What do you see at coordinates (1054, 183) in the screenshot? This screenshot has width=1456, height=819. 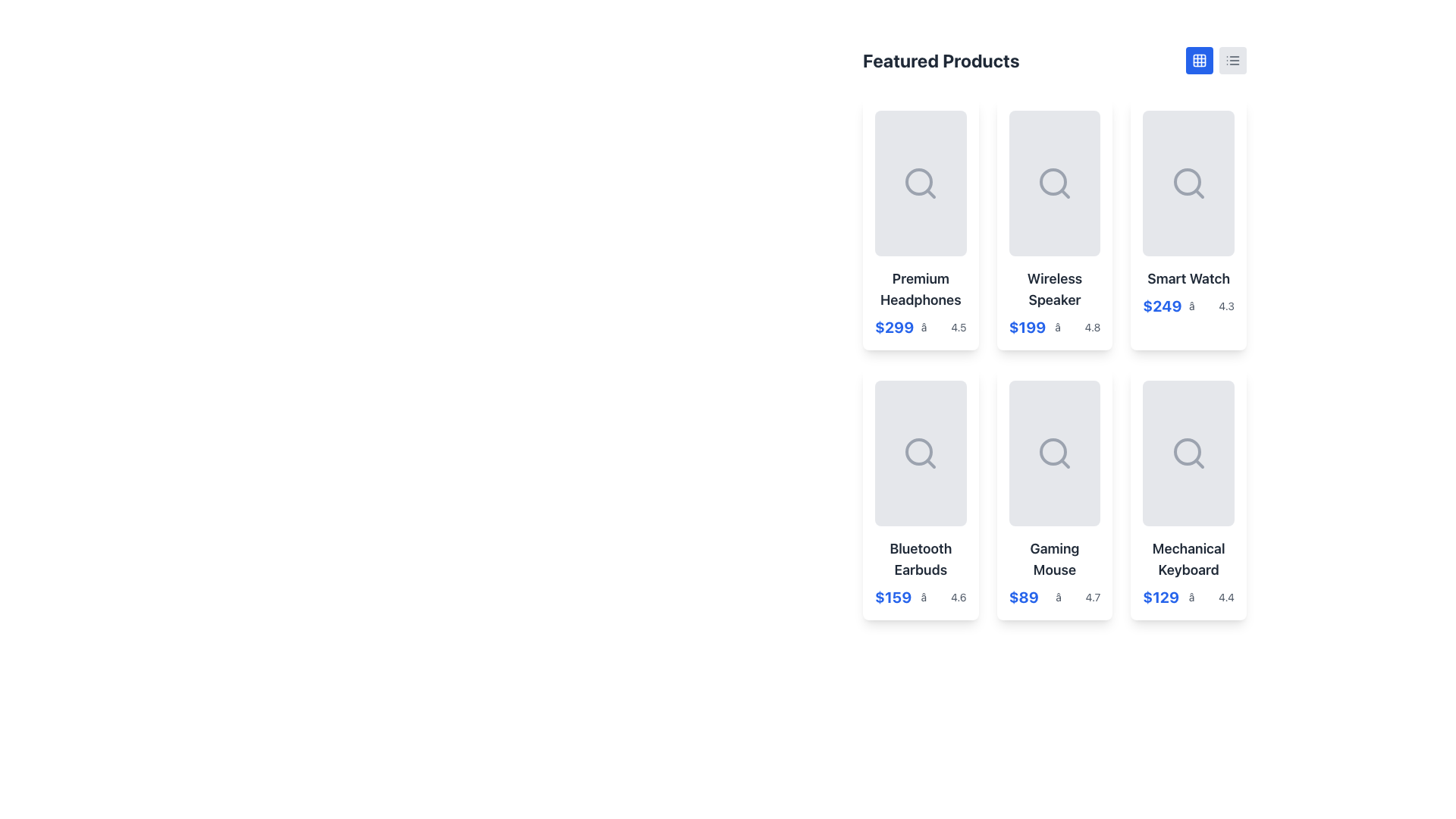 I see `the central icon representing the search or zoom functionality within the 'Wireless Speaker' card, which is situated in the second column of the first row of a grid layout` at bounding box center [1054, 183].